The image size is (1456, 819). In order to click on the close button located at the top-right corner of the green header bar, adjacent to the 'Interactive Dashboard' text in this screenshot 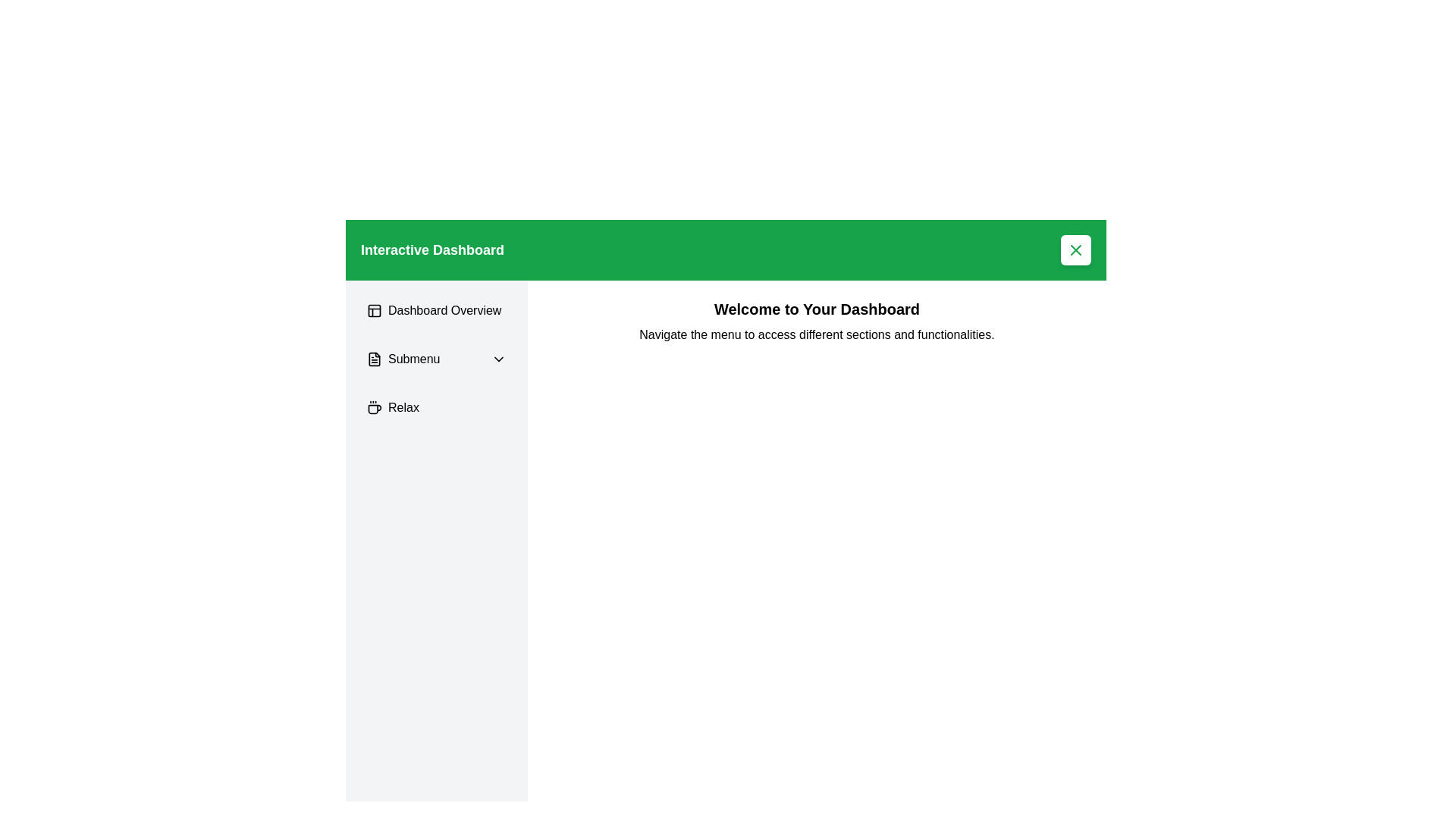, I will do `click(1075, 249)`.